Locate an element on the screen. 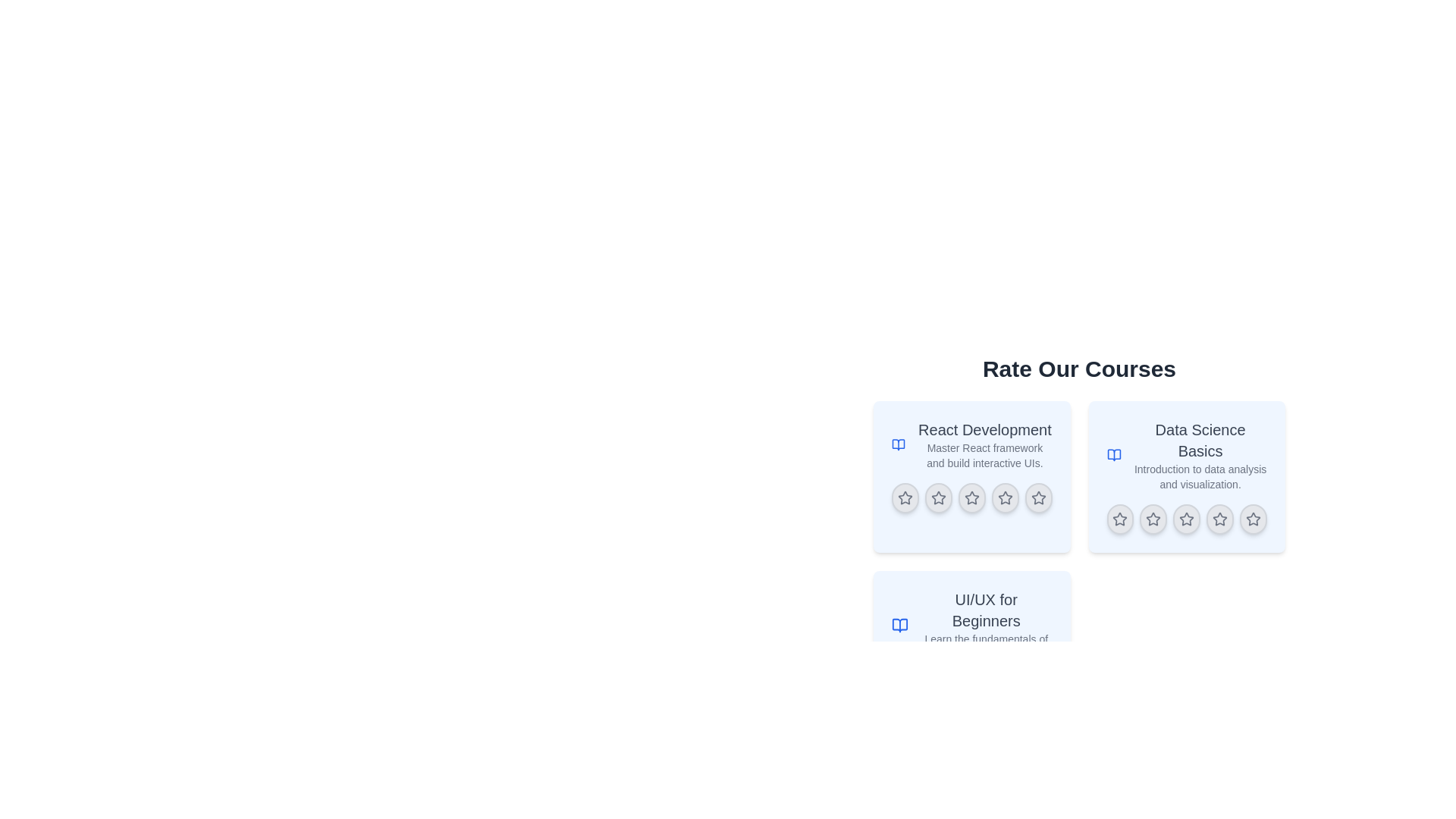 The image size is (1456, 819). the open book icon that identifies the 'UI/UX for Beginners' course, positioned to the left of the course title and description is located at coordinates (899, 626).